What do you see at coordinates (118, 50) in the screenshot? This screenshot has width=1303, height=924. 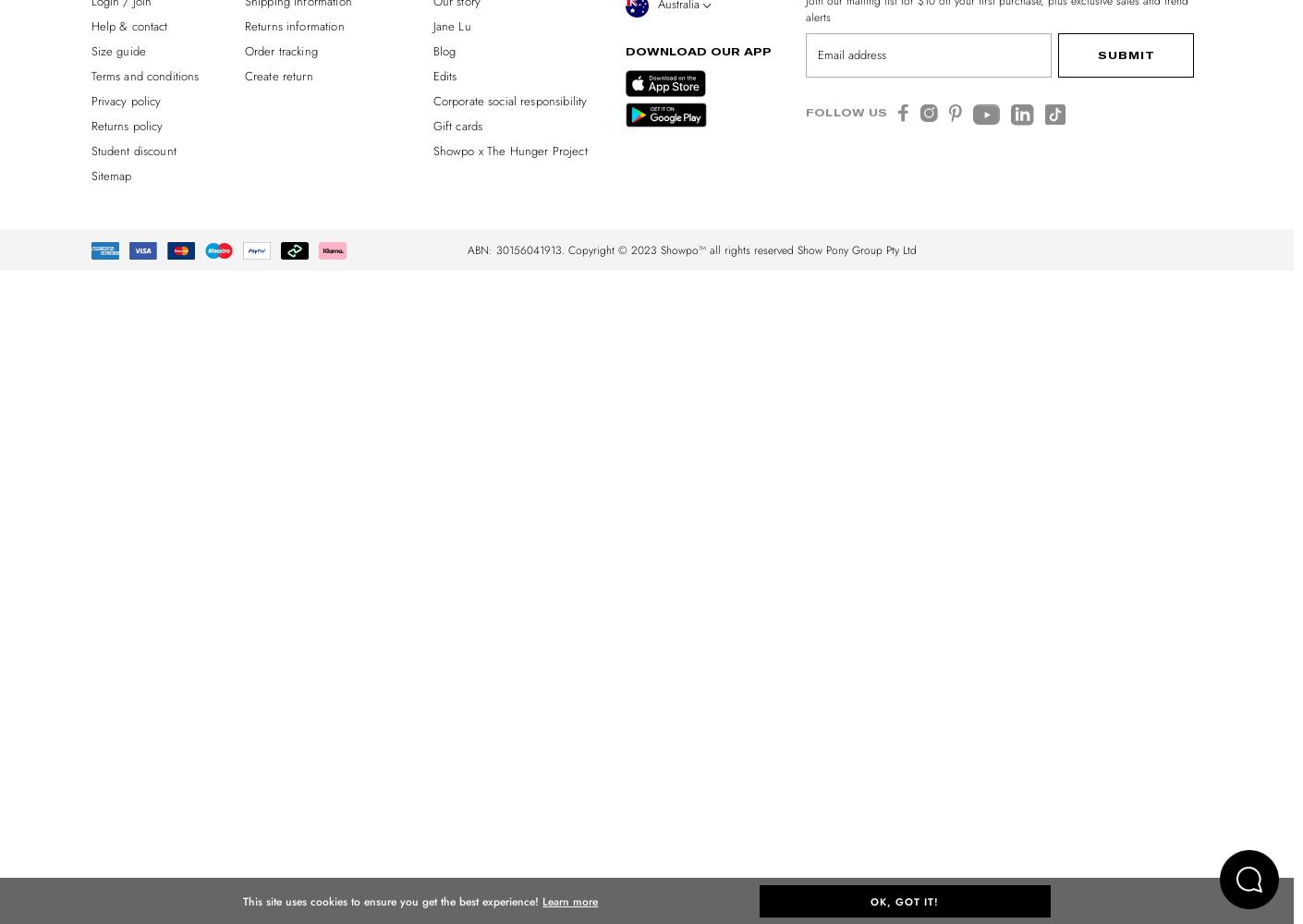 I see `'Size guide'` at bounding box center [118, 50].